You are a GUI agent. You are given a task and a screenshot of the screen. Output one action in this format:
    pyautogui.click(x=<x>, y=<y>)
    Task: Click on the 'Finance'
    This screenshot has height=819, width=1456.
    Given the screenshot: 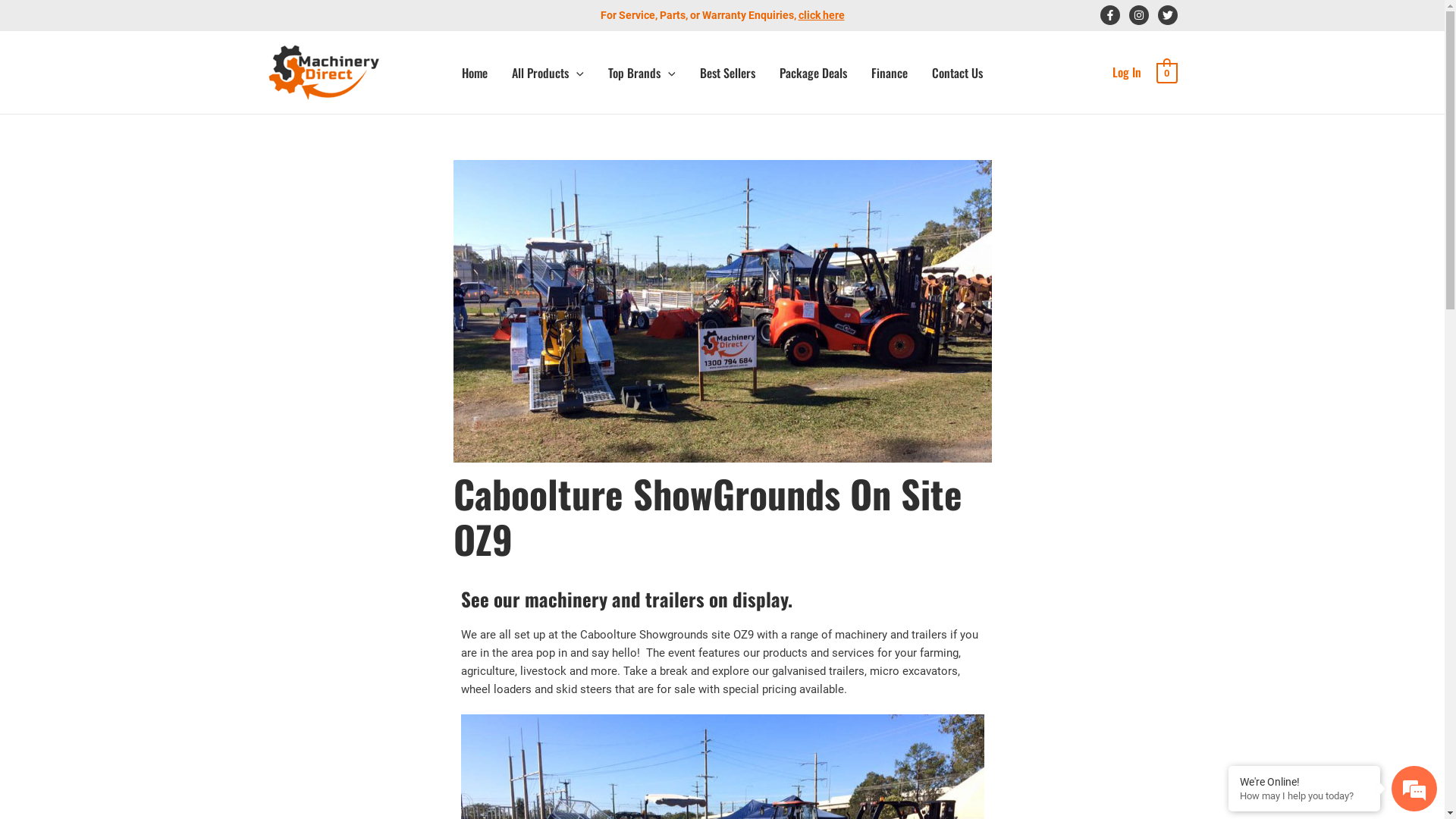 What is the action you would take?
    pyautogui.click(x=858, y=73)
    